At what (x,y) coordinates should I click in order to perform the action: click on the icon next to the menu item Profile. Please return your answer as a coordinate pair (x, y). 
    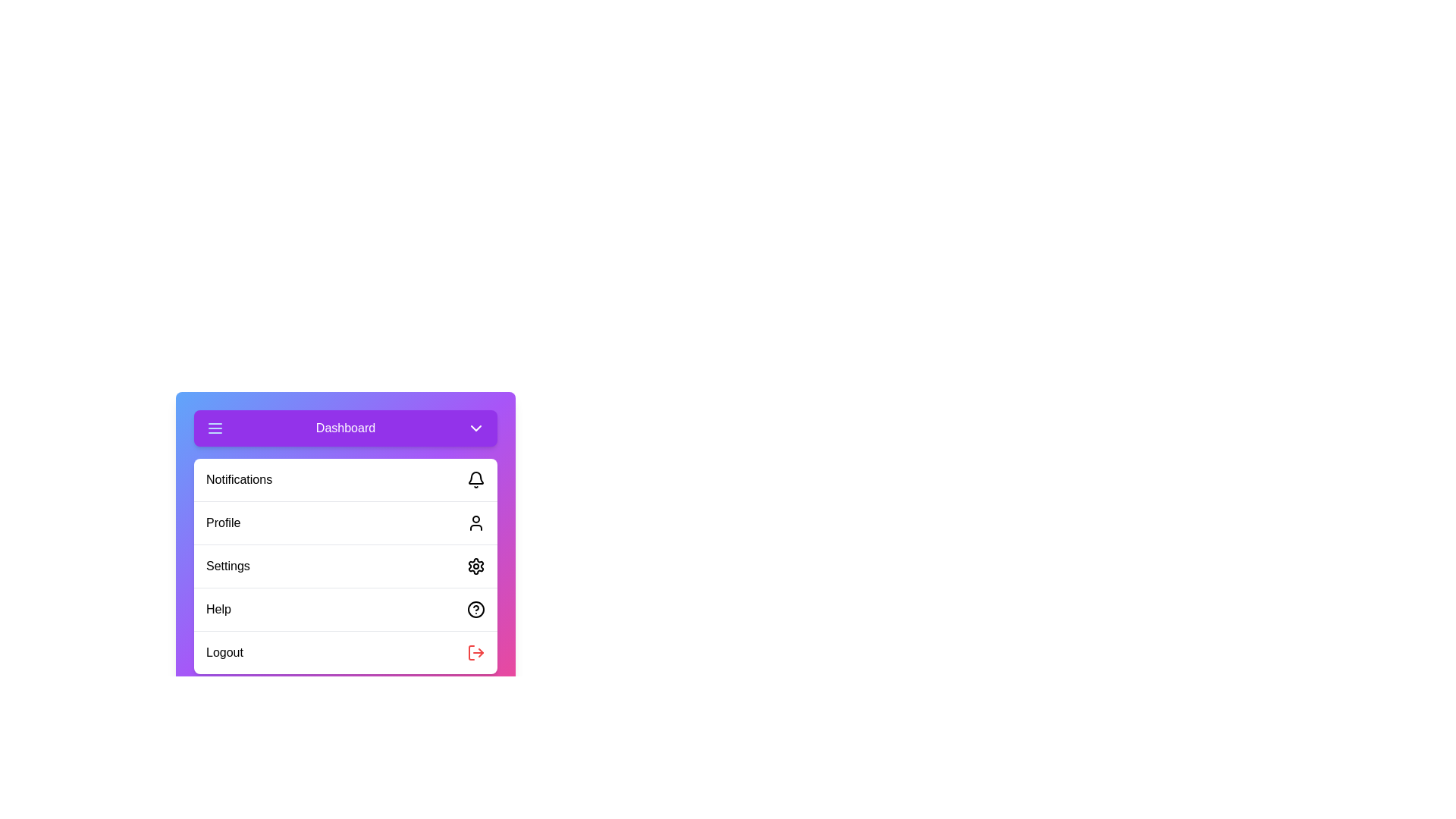
    Looking at the image, I should click on (475, 522).